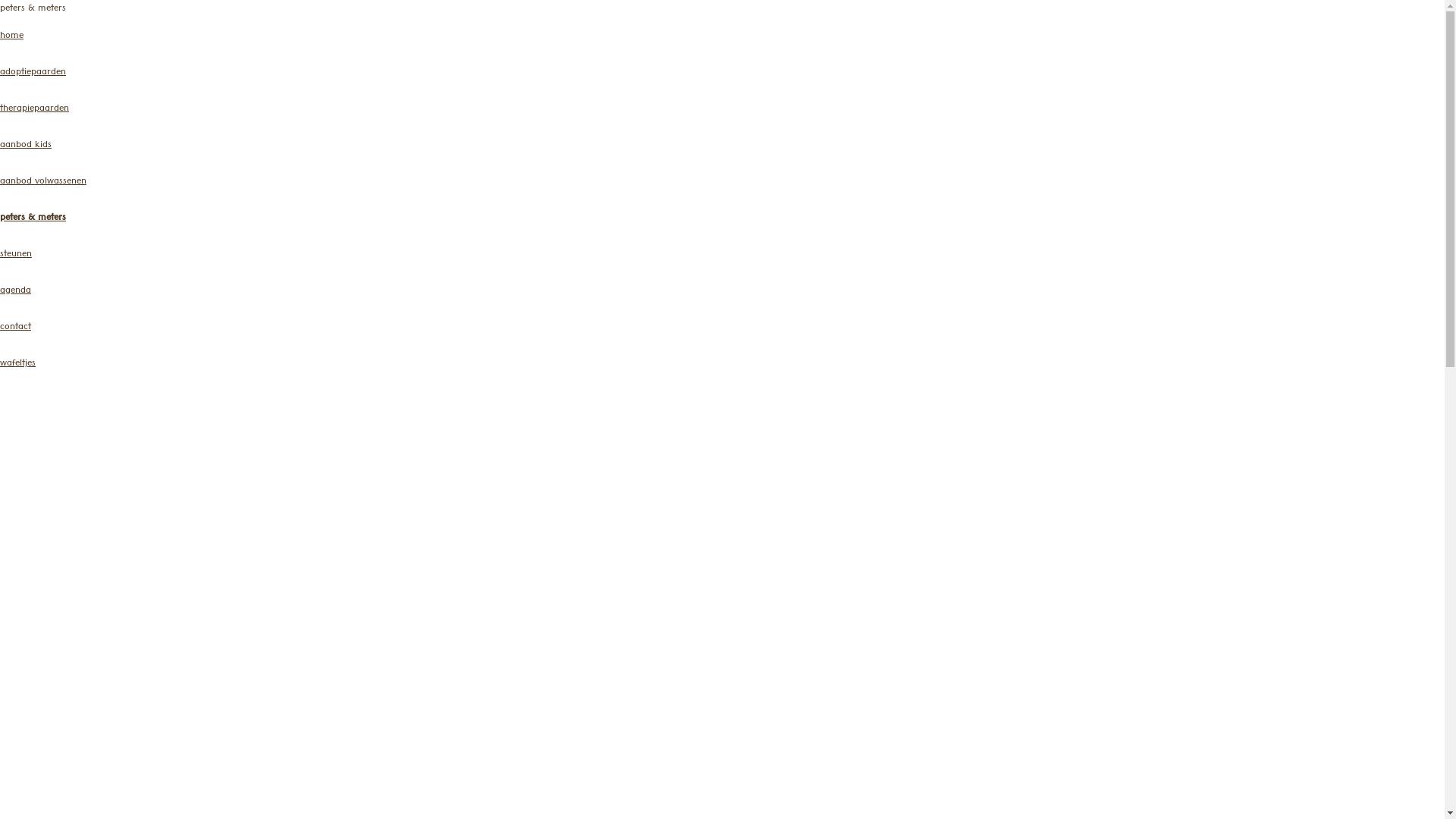  I want to click on 'therapiepaarden', so click(0, 108).